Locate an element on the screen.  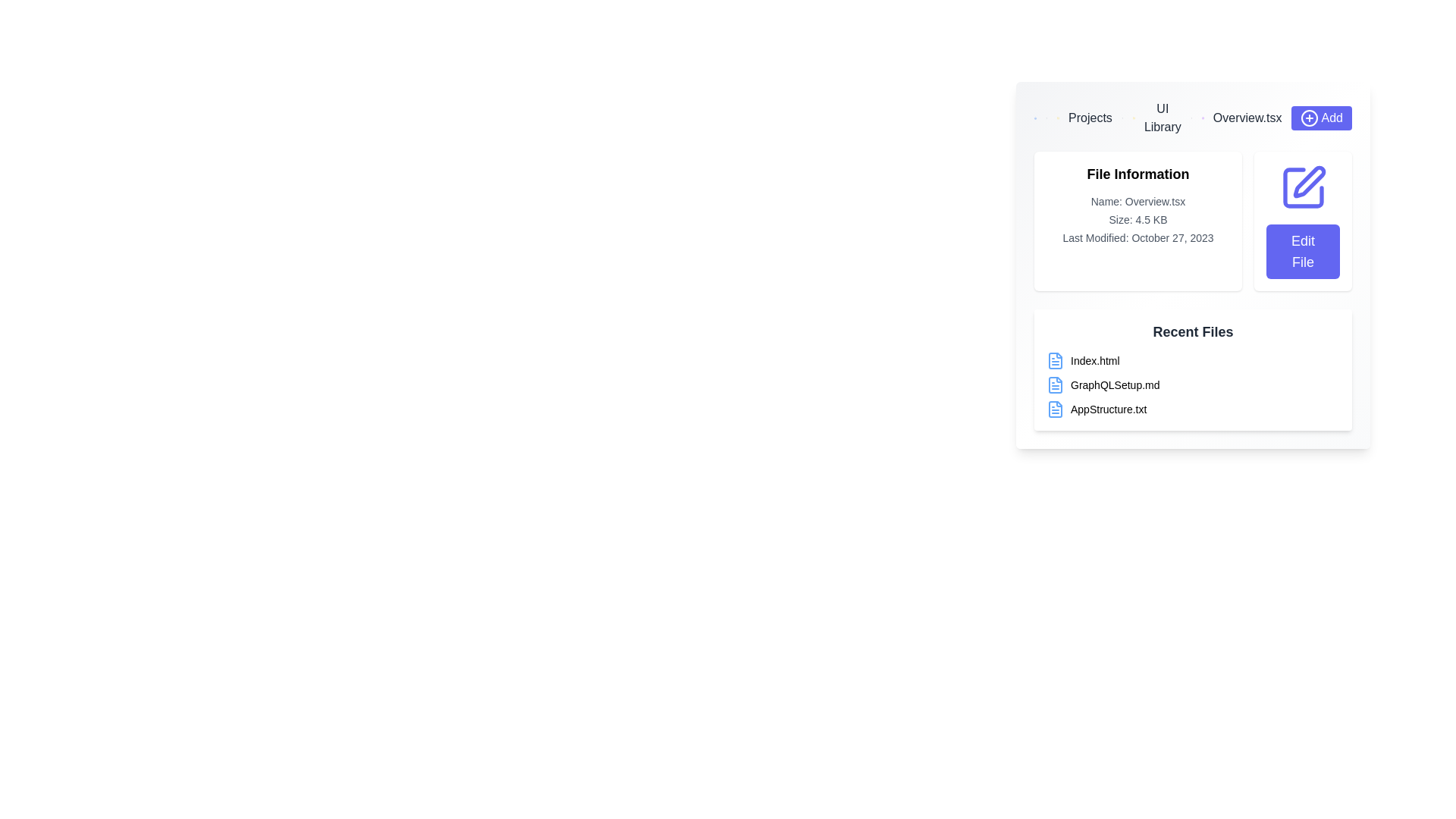
the 'Index.html' text label in the 'Recent Files' section is located at coordinates (1095, 360).